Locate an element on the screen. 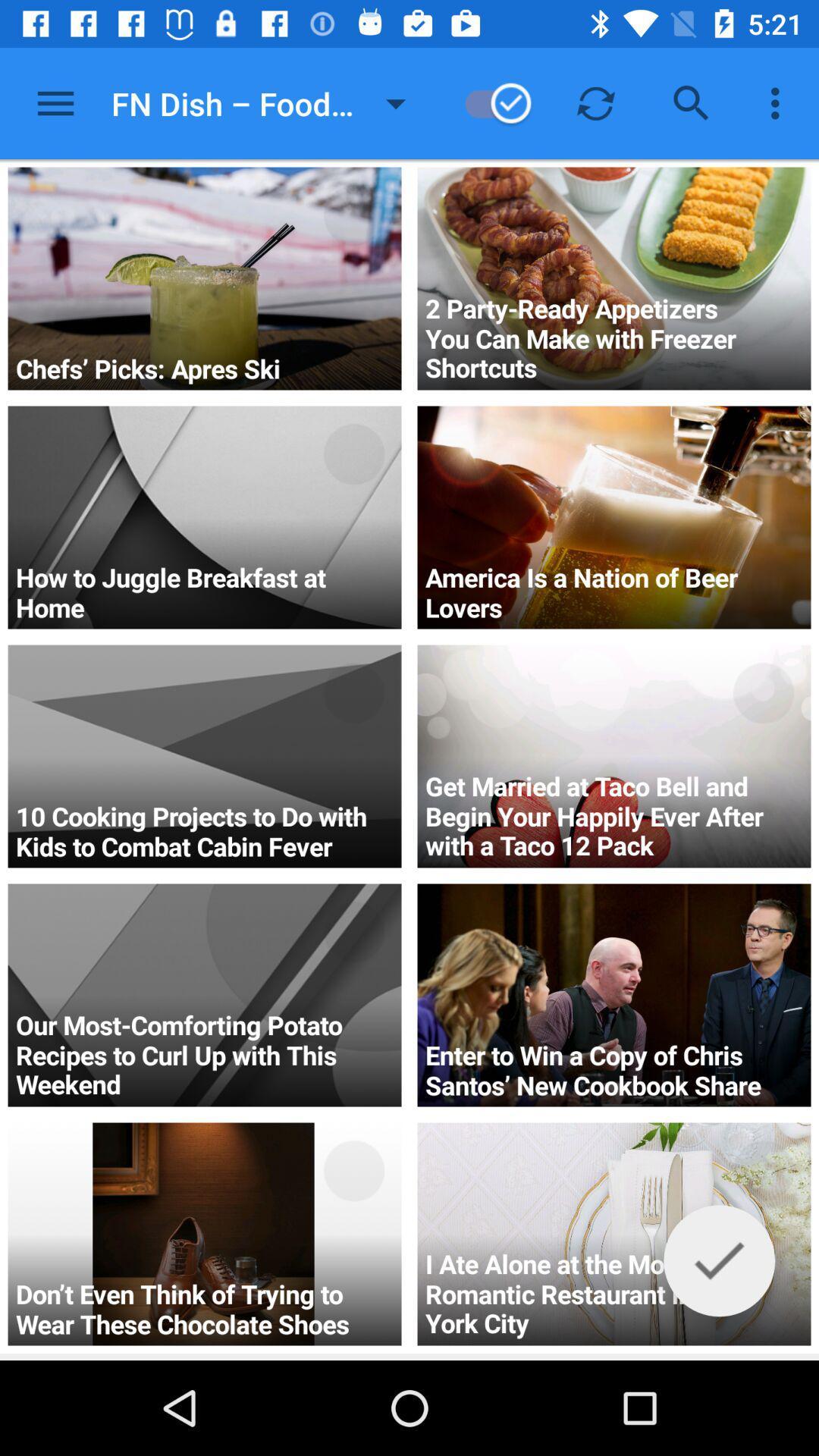 This screenshot has width=819, height=1456. the second image in the second row is located at coordinates (614, 517).